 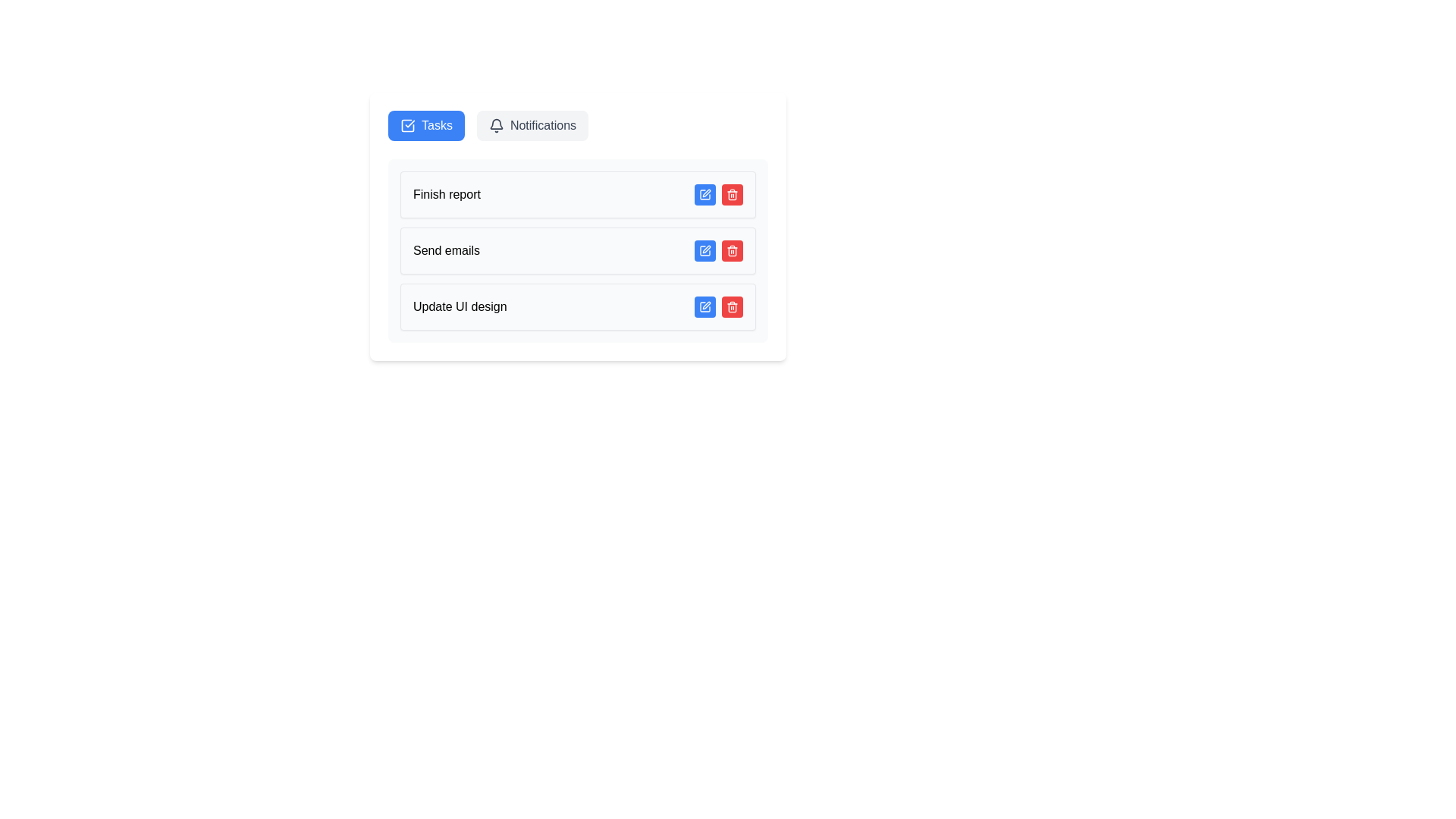 I want to click on the 'edit' button located on the right side of the 'Update UI design' list item to observe the color change, so click(x=704, y=307).